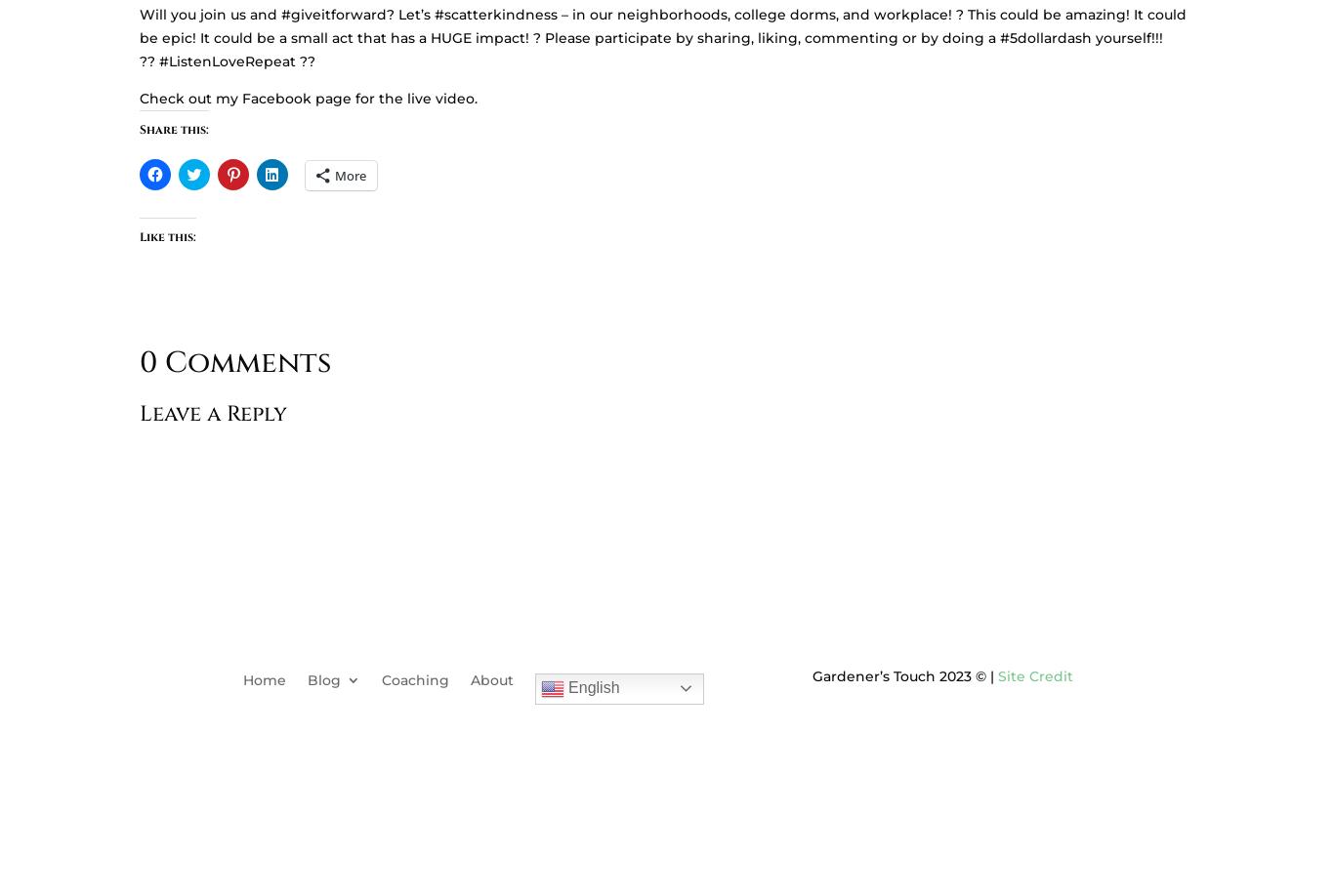  Describe the element at coordinates (904, 673) in the screenshot. I see `'Gardener’s Touch 2023 © |'` at that location.